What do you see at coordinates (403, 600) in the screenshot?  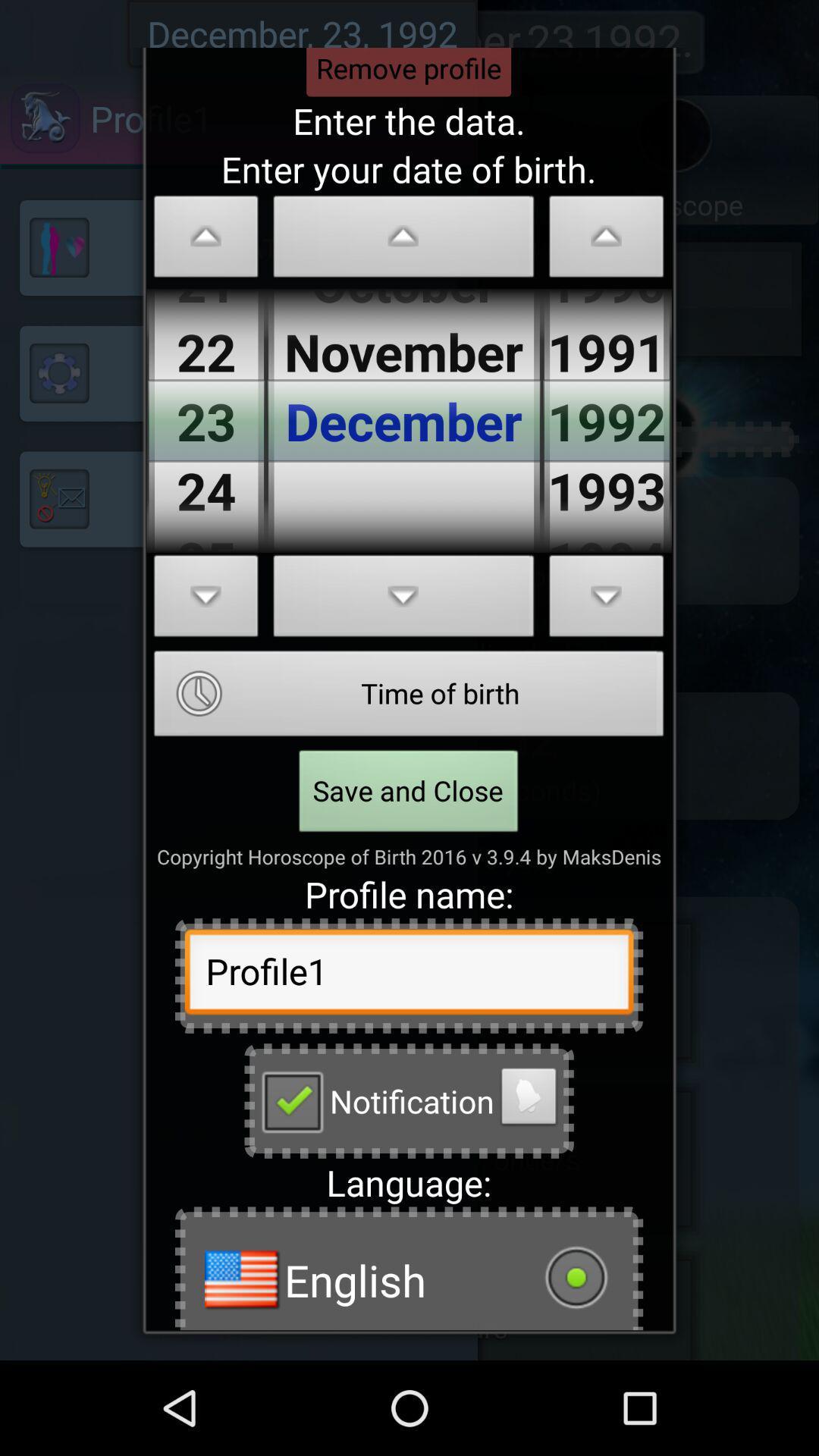 I see `scroll down button` at bounding box center [403, 600].